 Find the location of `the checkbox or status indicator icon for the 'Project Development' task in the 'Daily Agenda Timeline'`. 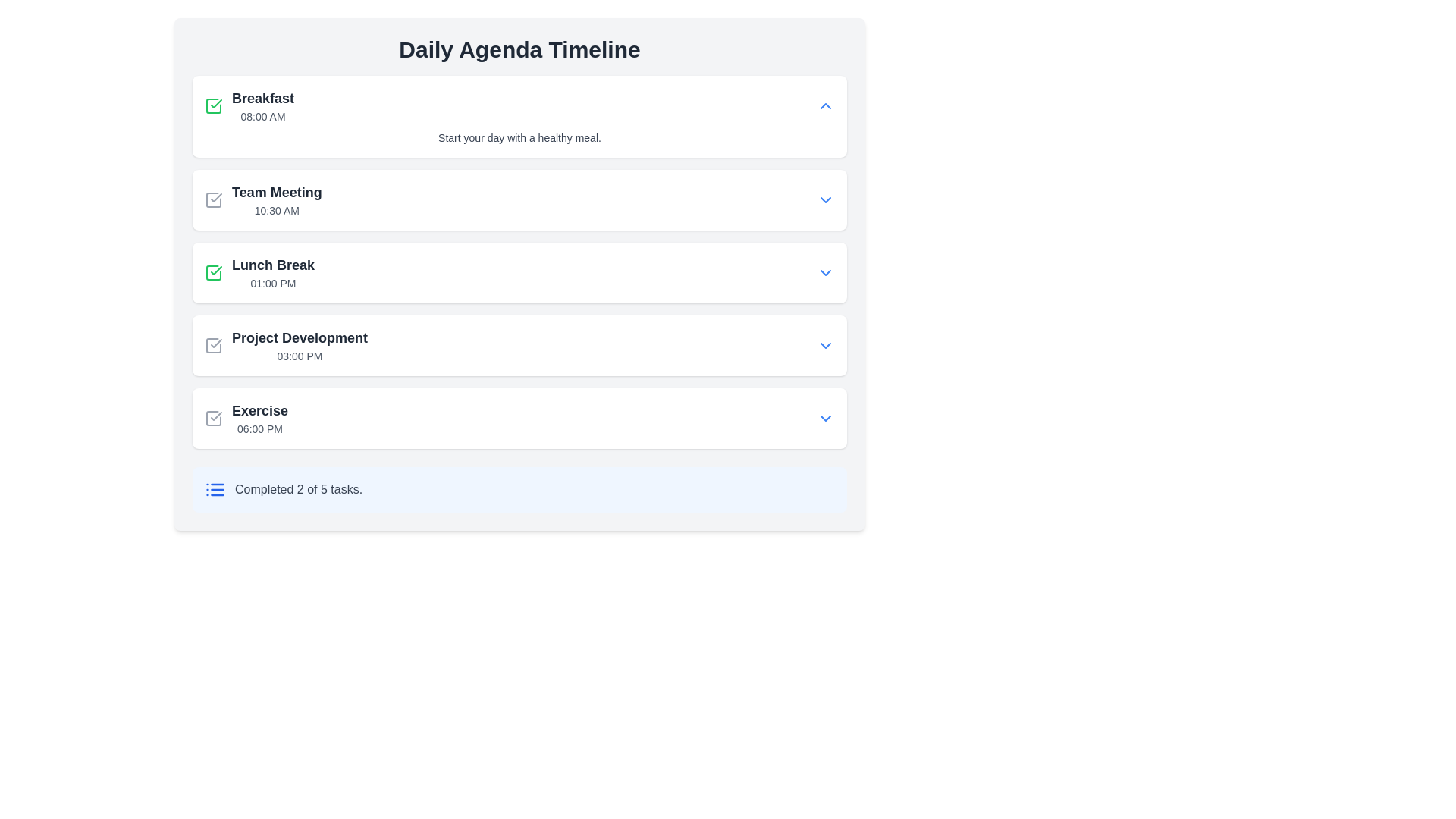

the checkbox or status indicator icon for the 'Project Development' task in the 'Daily Agenda Timeline' is located at coordinates (213, 345).